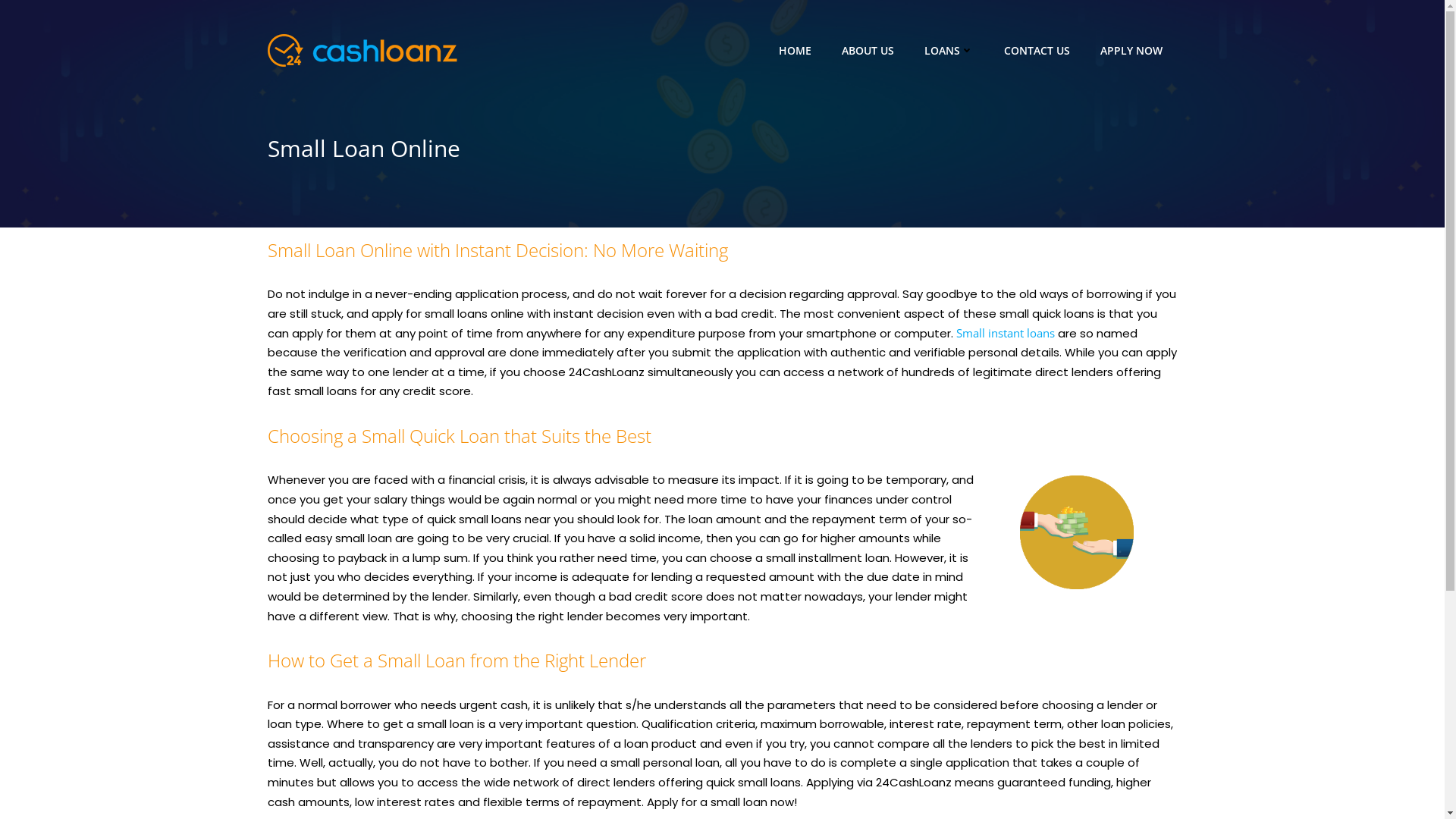 This screenshot has height=819, width=1456. I want to click on 'ABOUT US', so click(868, 49).